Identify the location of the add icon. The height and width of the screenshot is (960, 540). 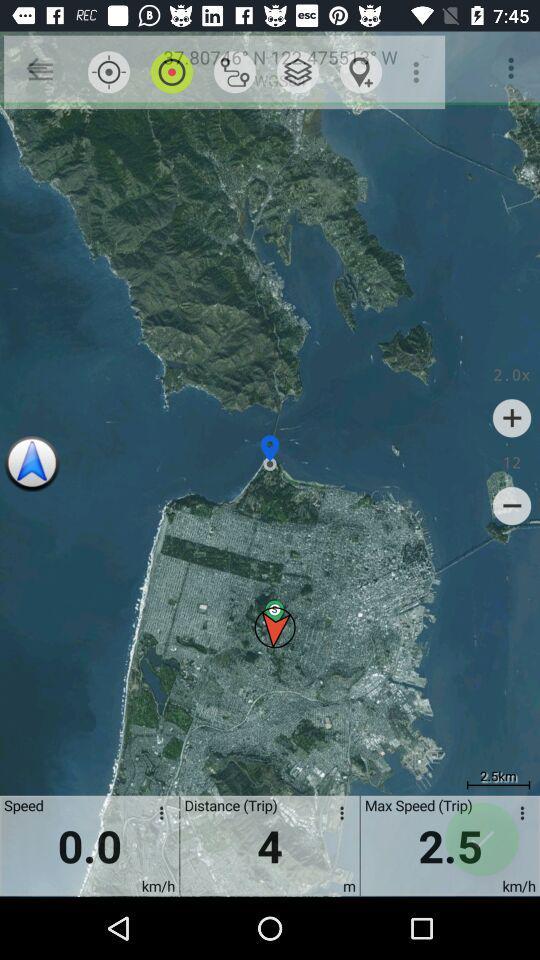
(512, 417).